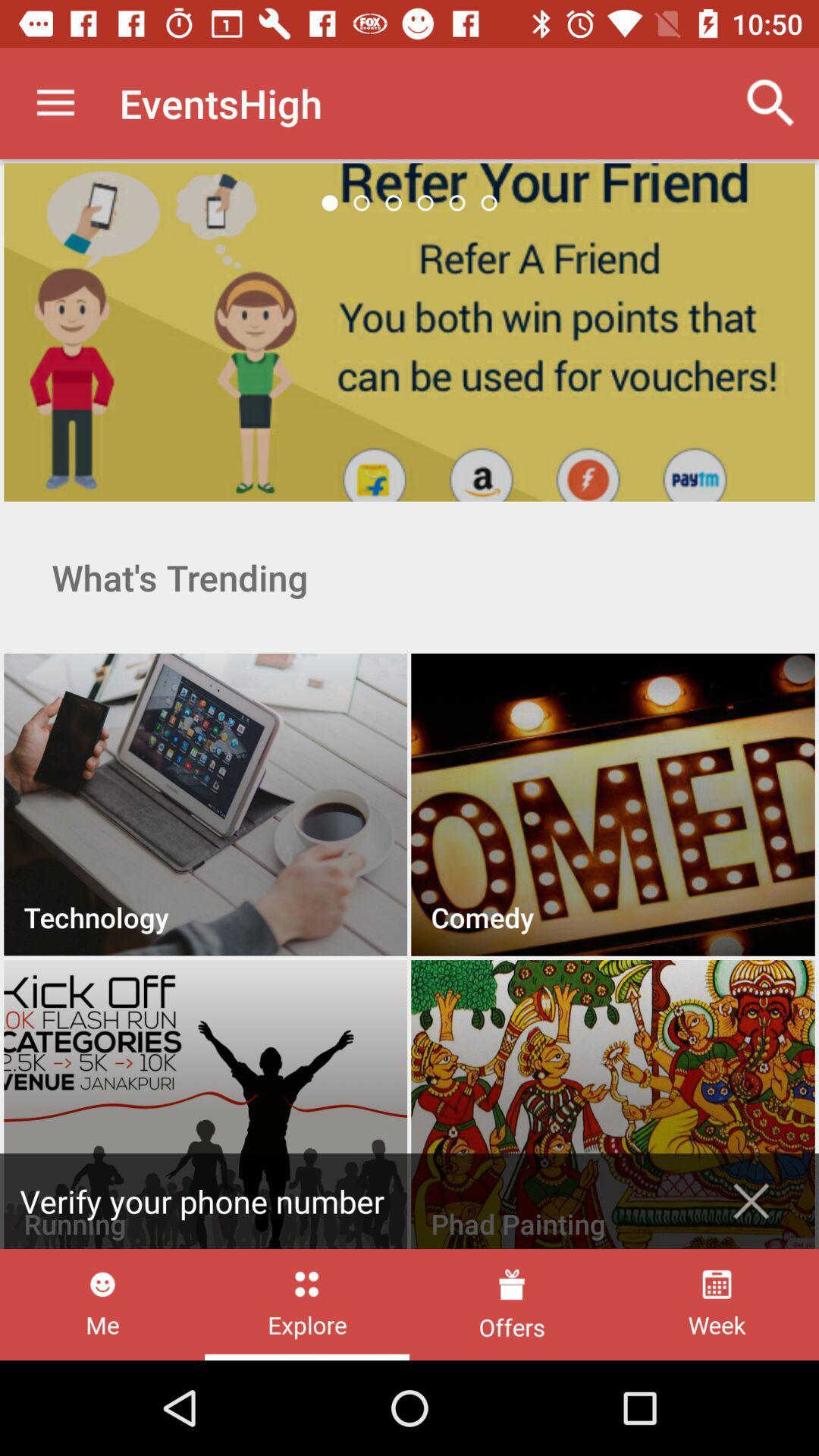 Image resolution: width=819 pixels, height=1456 pixels. Describe the element at coordinates (751, 1200) in the screenshot. I see `the close icon` at that location.